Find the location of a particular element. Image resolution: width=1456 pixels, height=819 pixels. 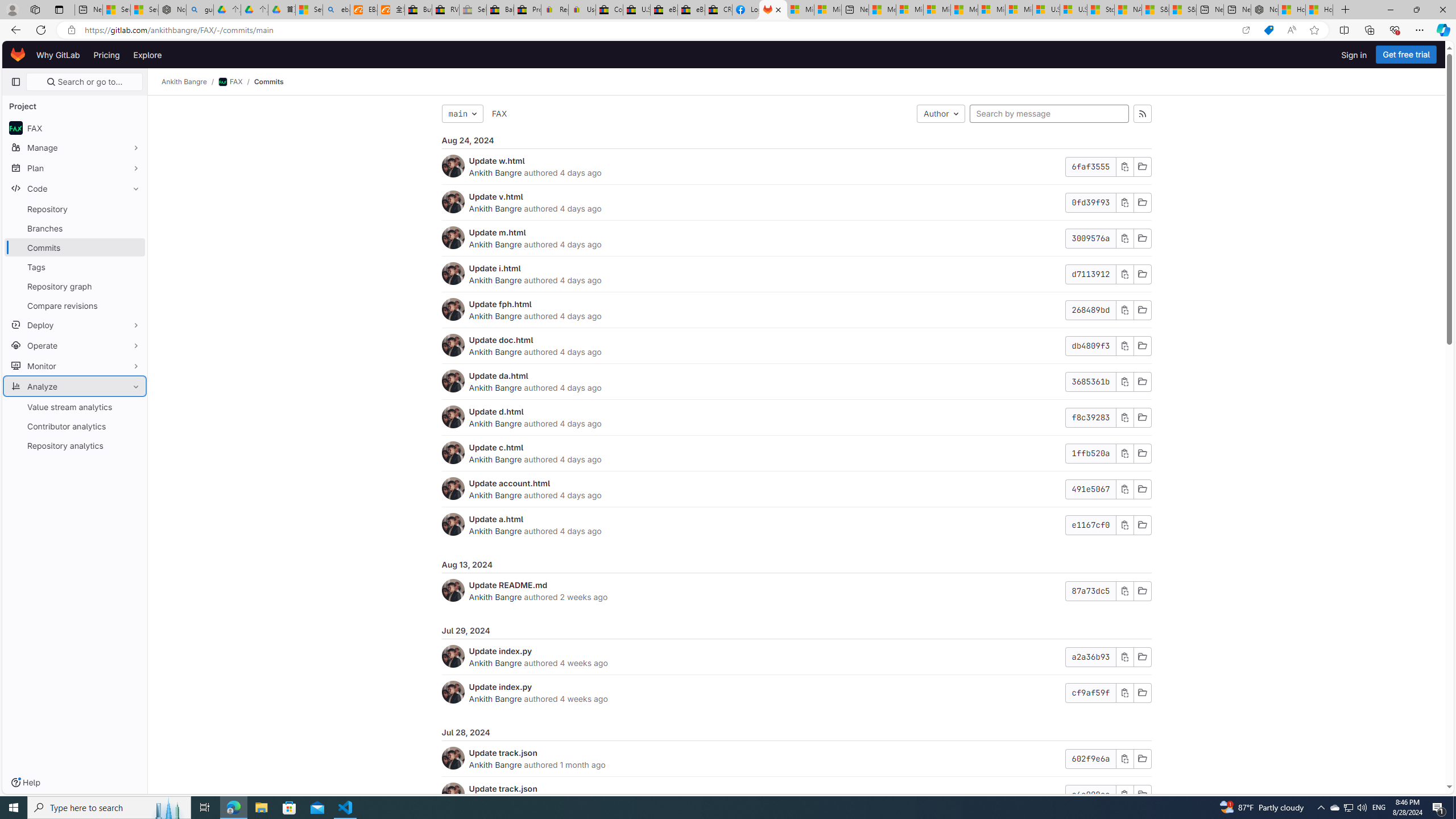

'Update track.json' is located at coordinates (503, 788).